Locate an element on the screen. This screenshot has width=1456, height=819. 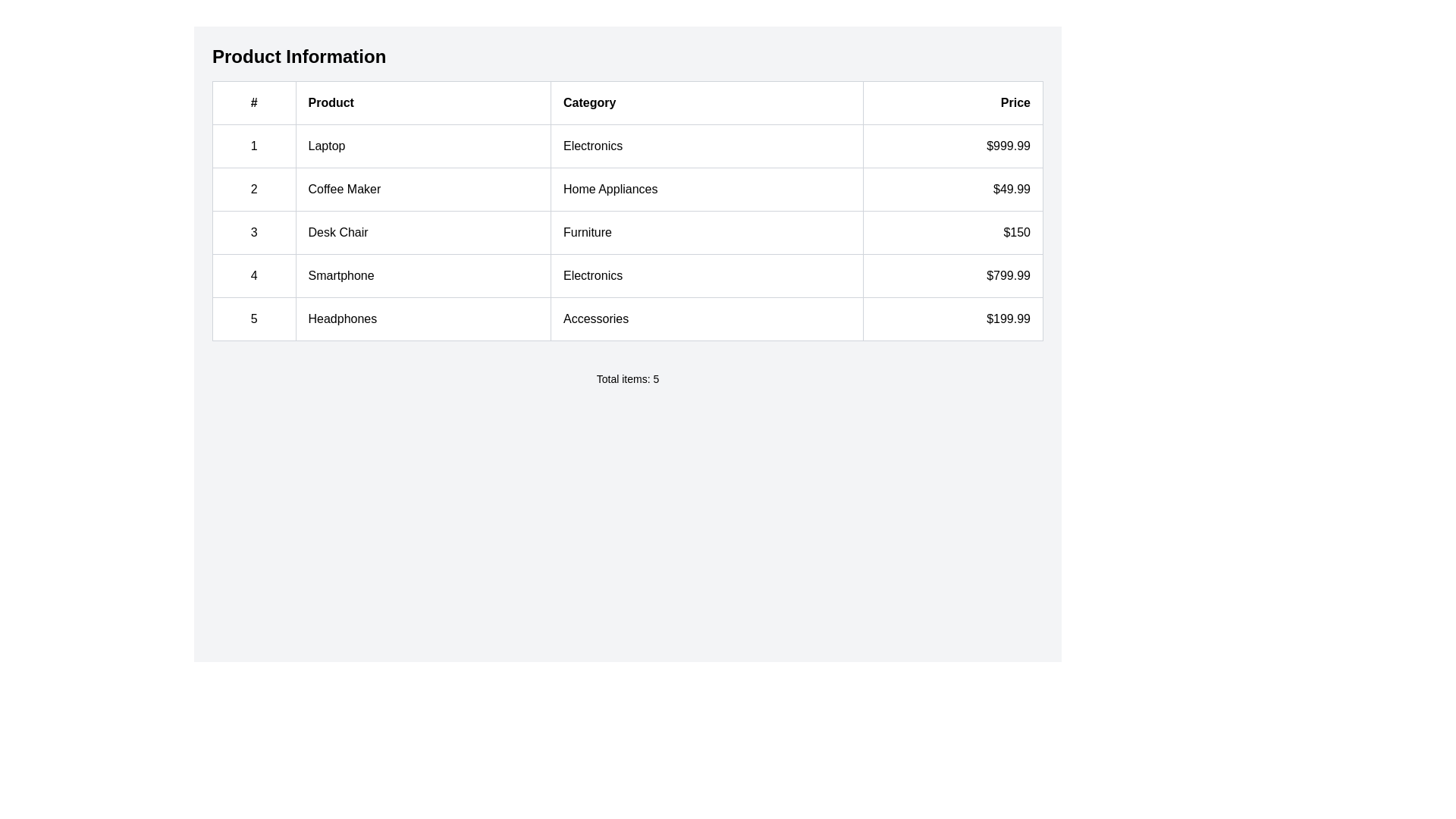
the Table Header Cell containing the symbol '#' is located at coordinates (254, 102).